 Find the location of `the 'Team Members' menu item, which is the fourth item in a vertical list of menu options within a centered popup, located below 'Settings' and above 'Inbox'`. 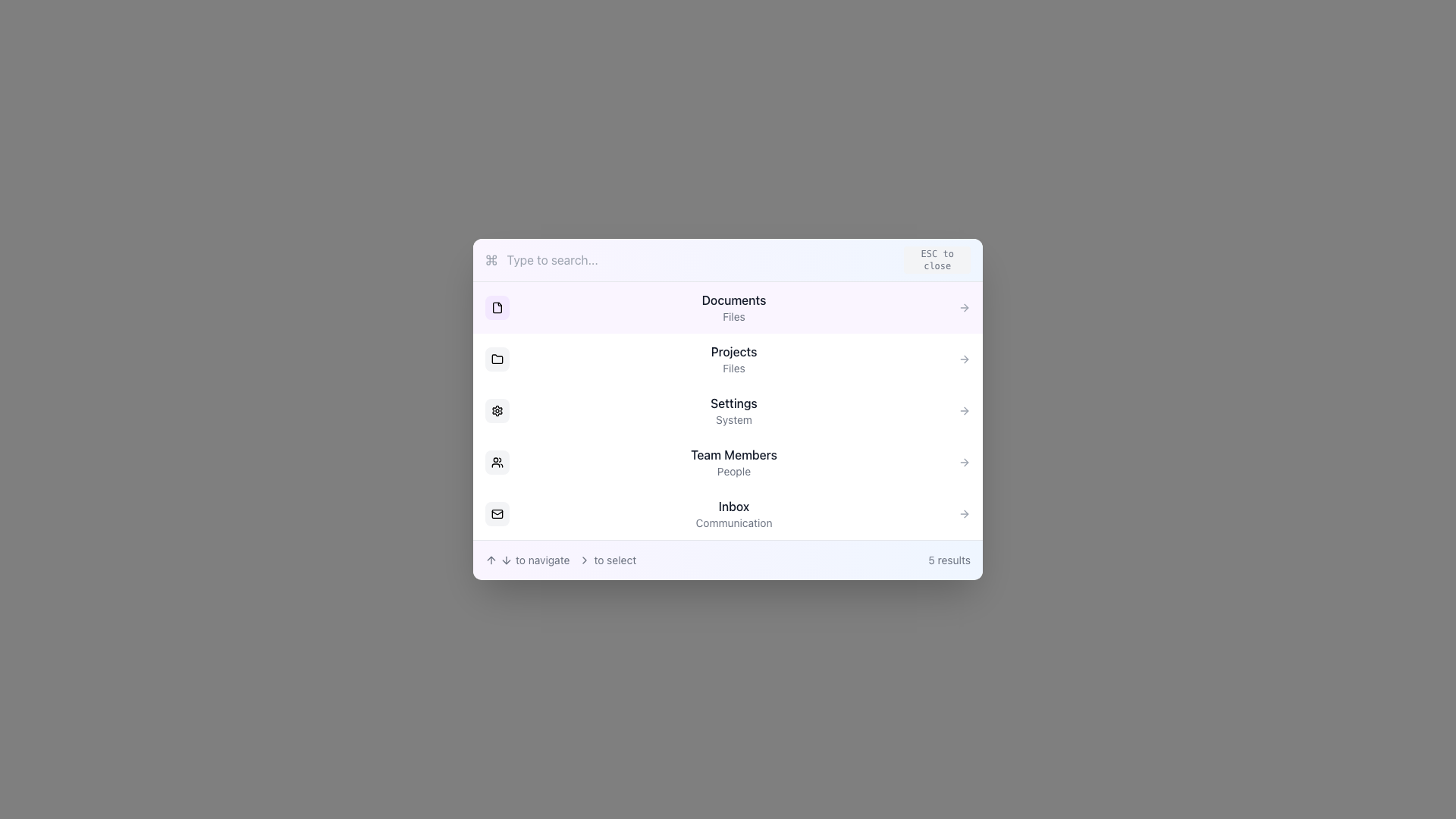

the 'Team Members' menu item, which is the fourth item in a vertical list of menu options within a centered popup, located below 'Settings' and above 'Inbox' is located at coordinates (734, 461).